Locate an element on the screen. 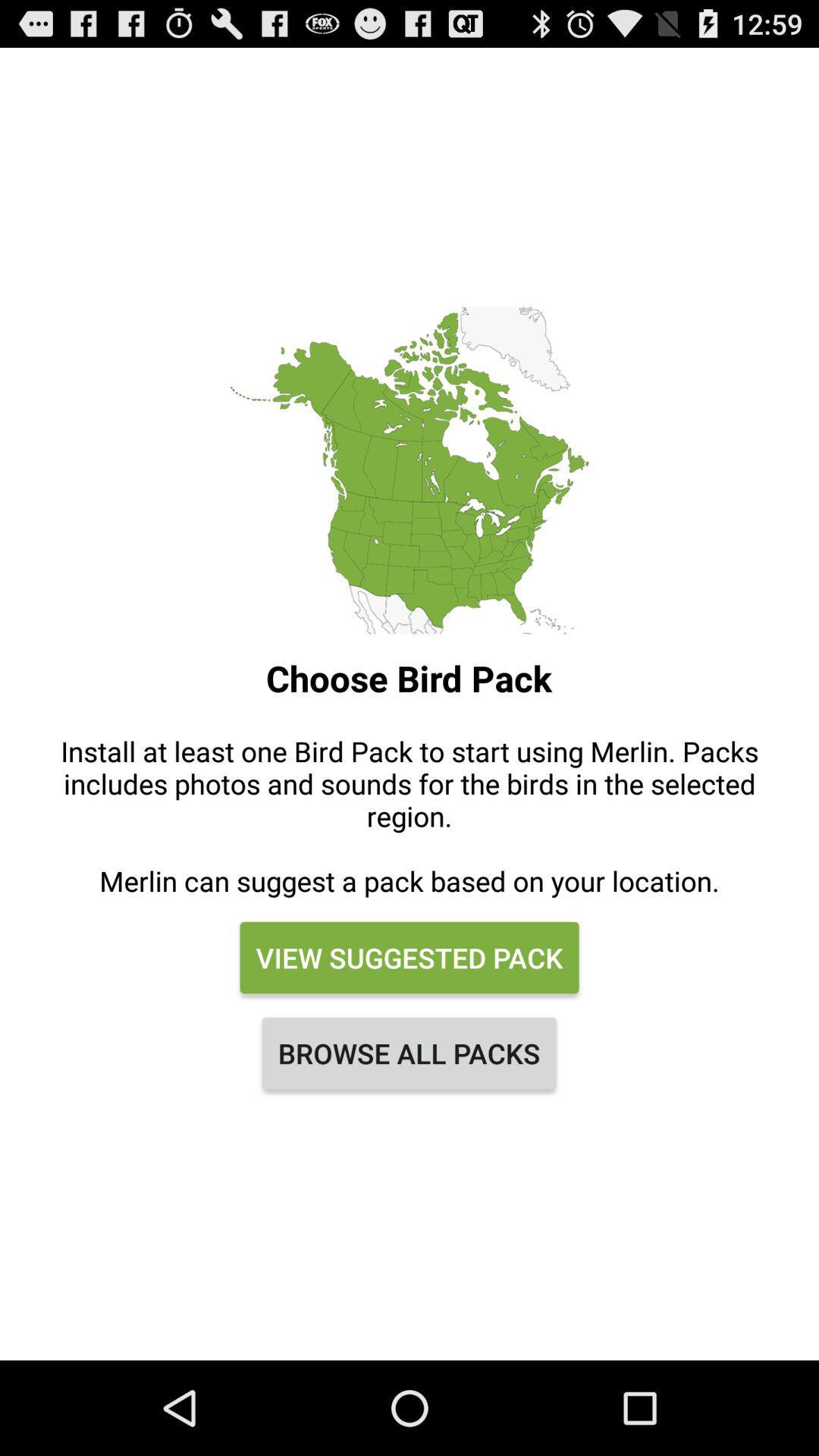 This screenshot has height=1456, width=819. icon below the install at least item is located at coordinates (409, 956).